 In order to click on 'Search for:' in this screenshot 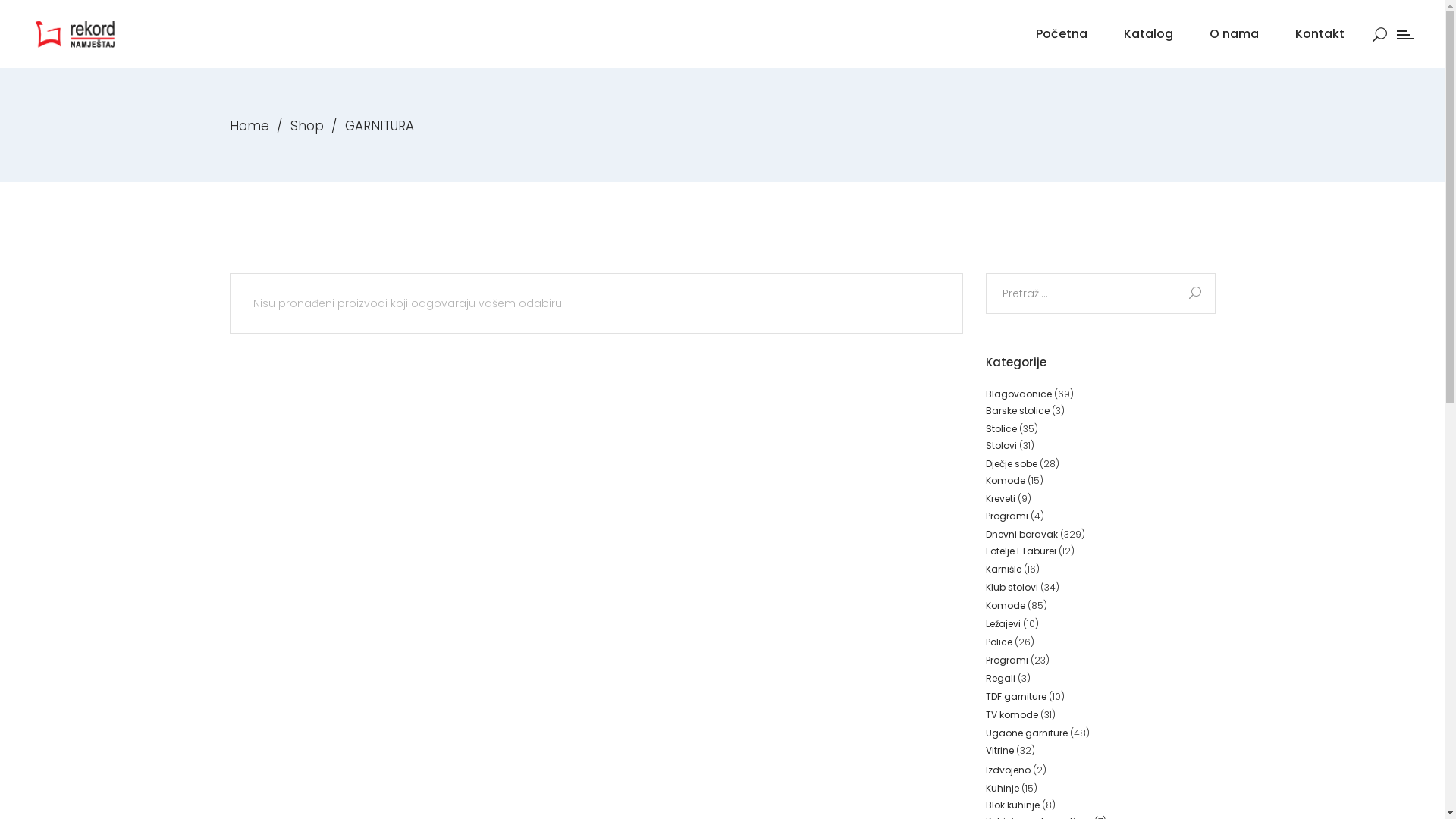, I will do `click(1080, 293)`.